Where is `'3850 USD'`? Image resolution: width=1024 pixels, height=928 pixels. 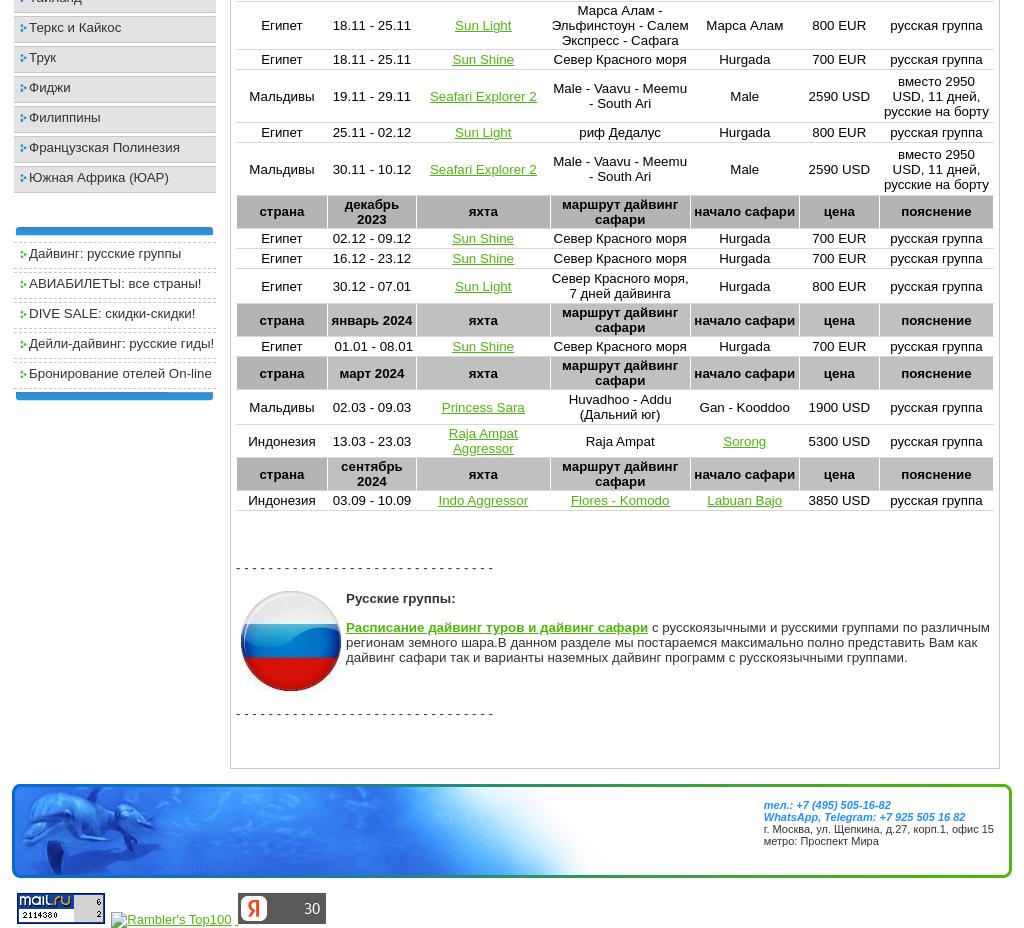
'3850 USD' is located at coordinates (837, 499).